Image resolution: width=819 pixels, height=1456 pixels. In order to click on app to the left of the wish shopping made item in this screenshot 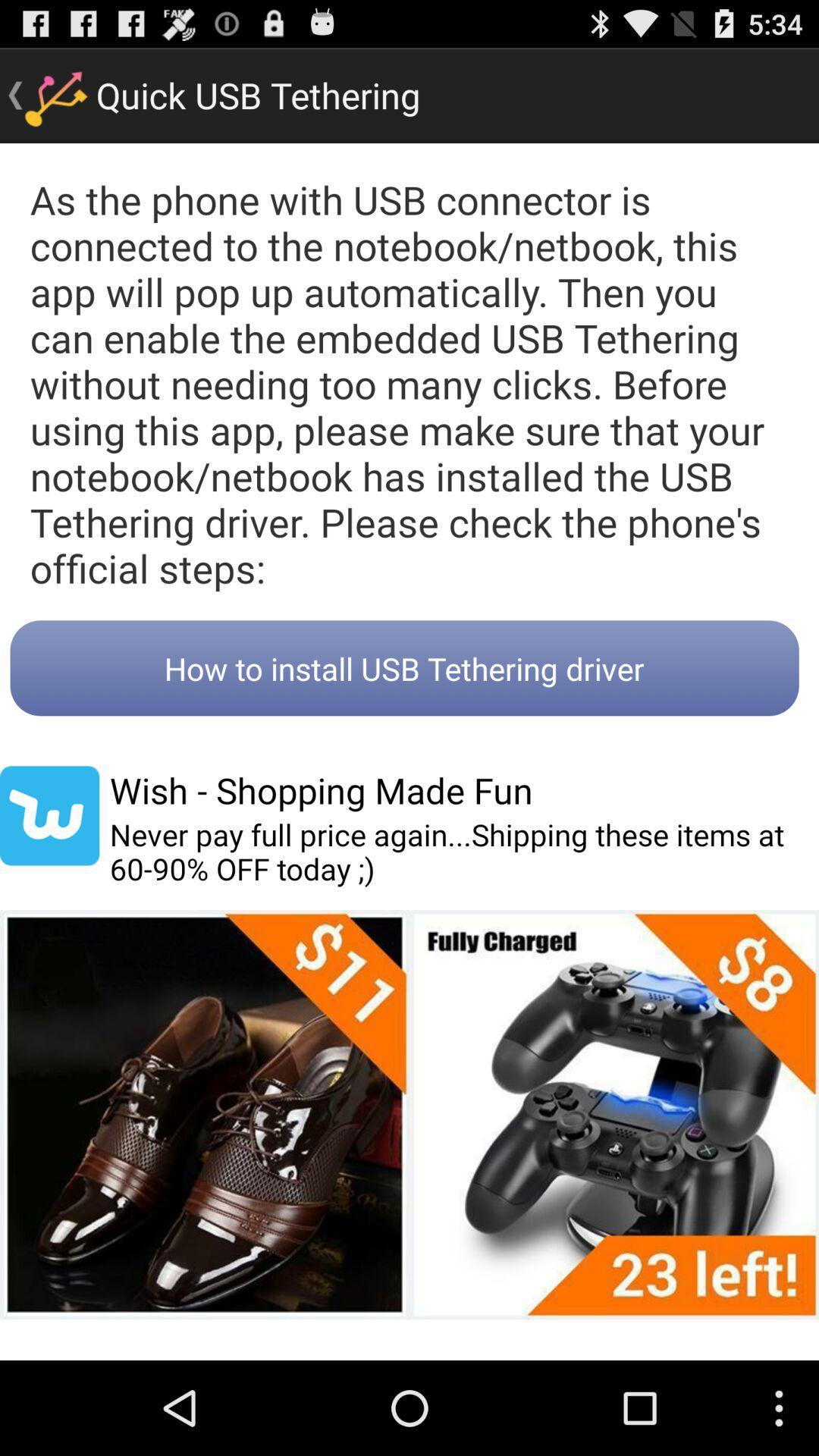, I will do `click(49, 814)`.